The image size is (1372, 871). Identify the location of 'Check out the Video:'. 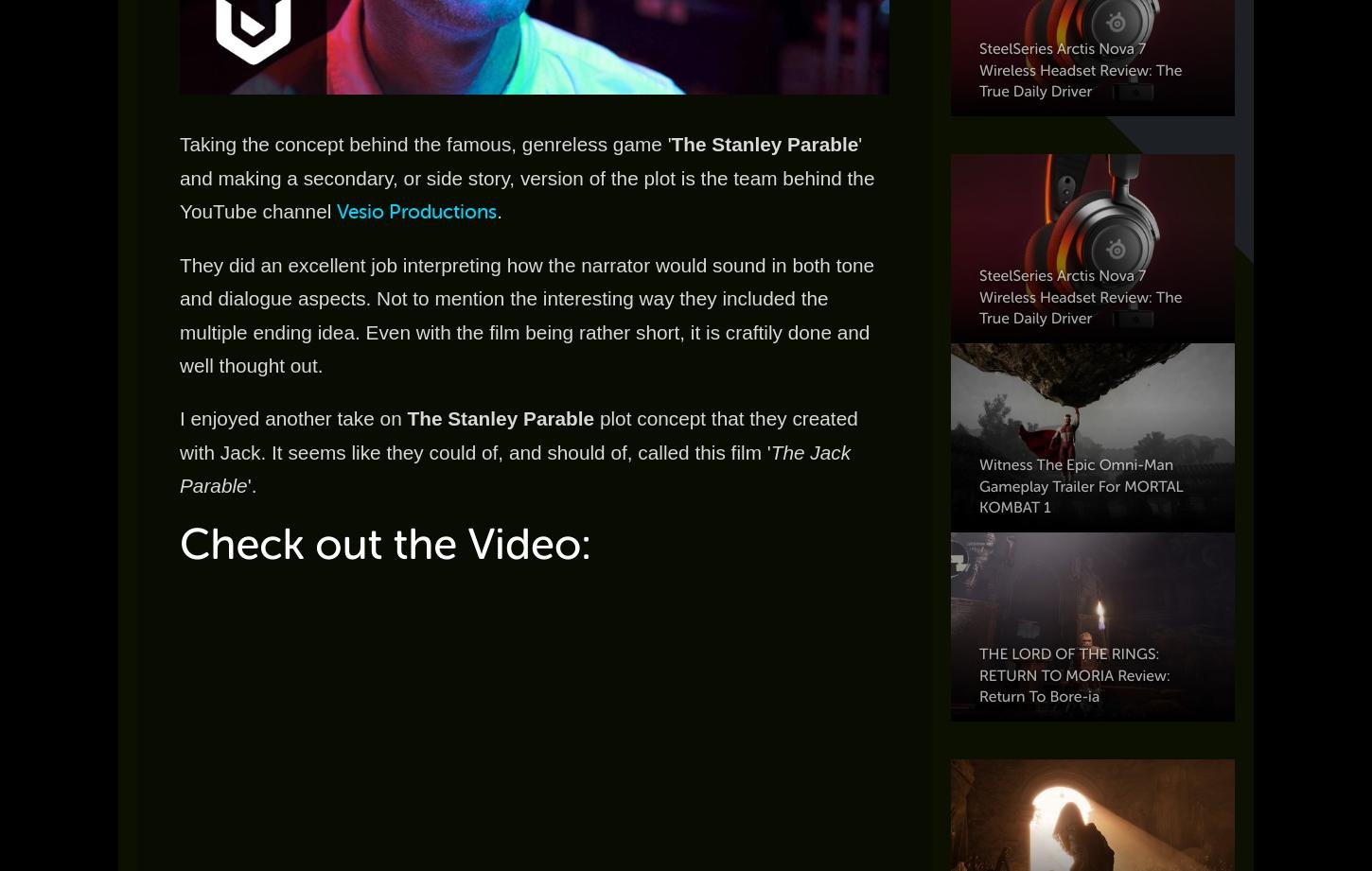
(178, 543).